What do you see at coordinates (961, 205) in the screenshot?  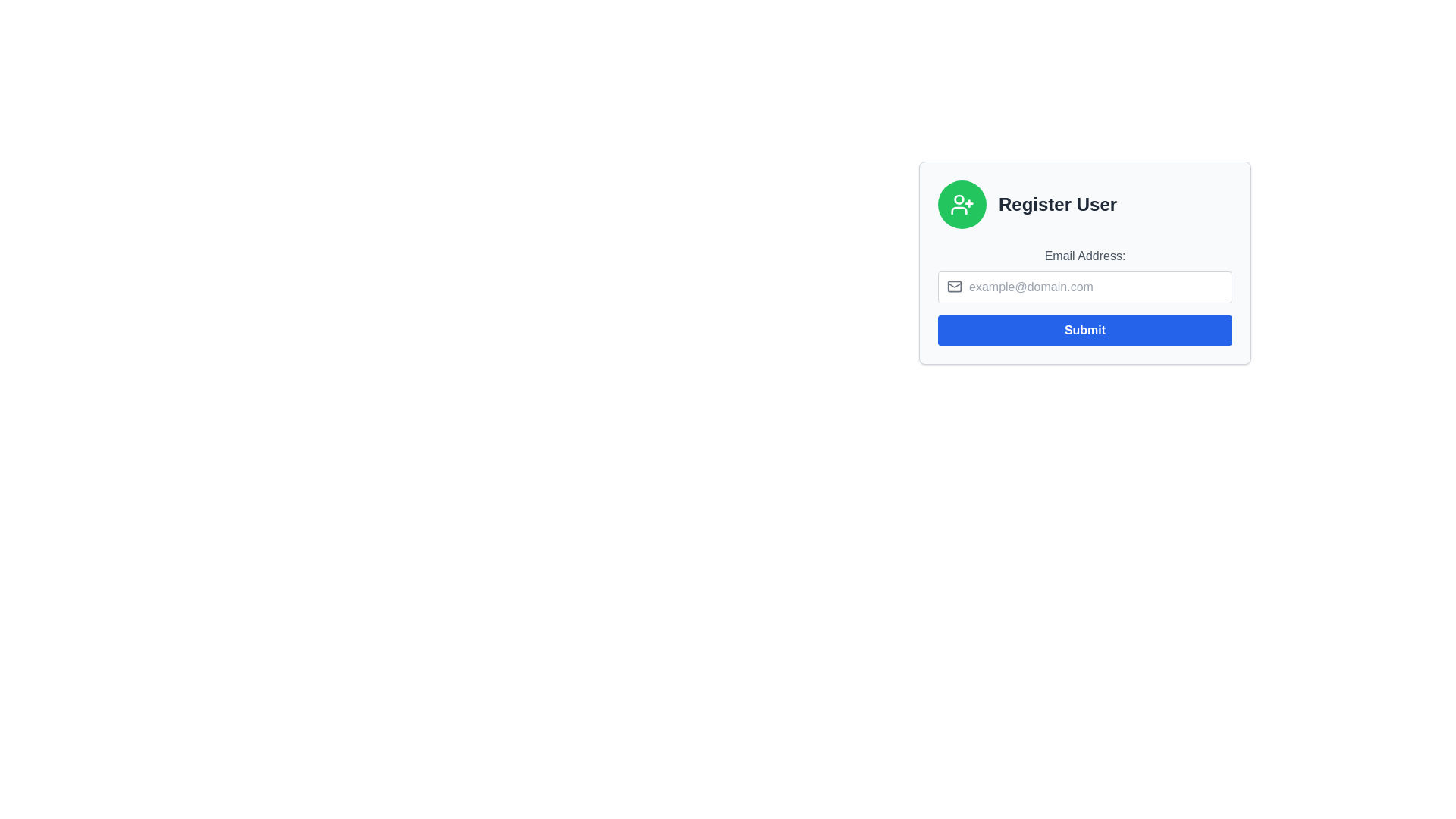 I see `the icon that represents the function of adding or registering a new user, which is located within a circular green background above the 'Register User' text in the registration form` at bounding box center [961, 205].